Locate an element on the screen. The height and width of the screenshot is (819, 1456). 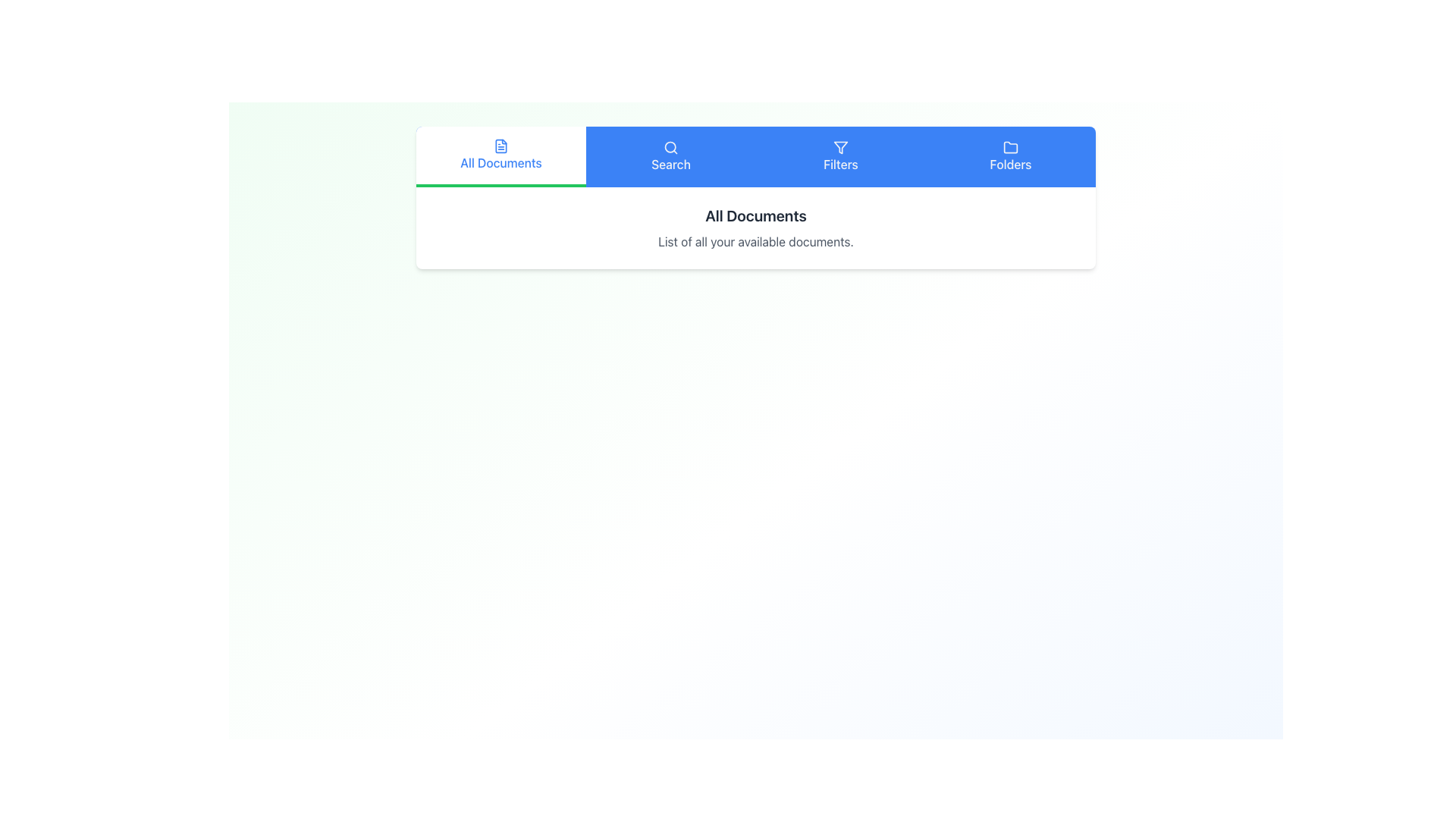
the Navigation Tab which contains a document icon above the text label 'All Documents' is located at coordinates (501, 155).